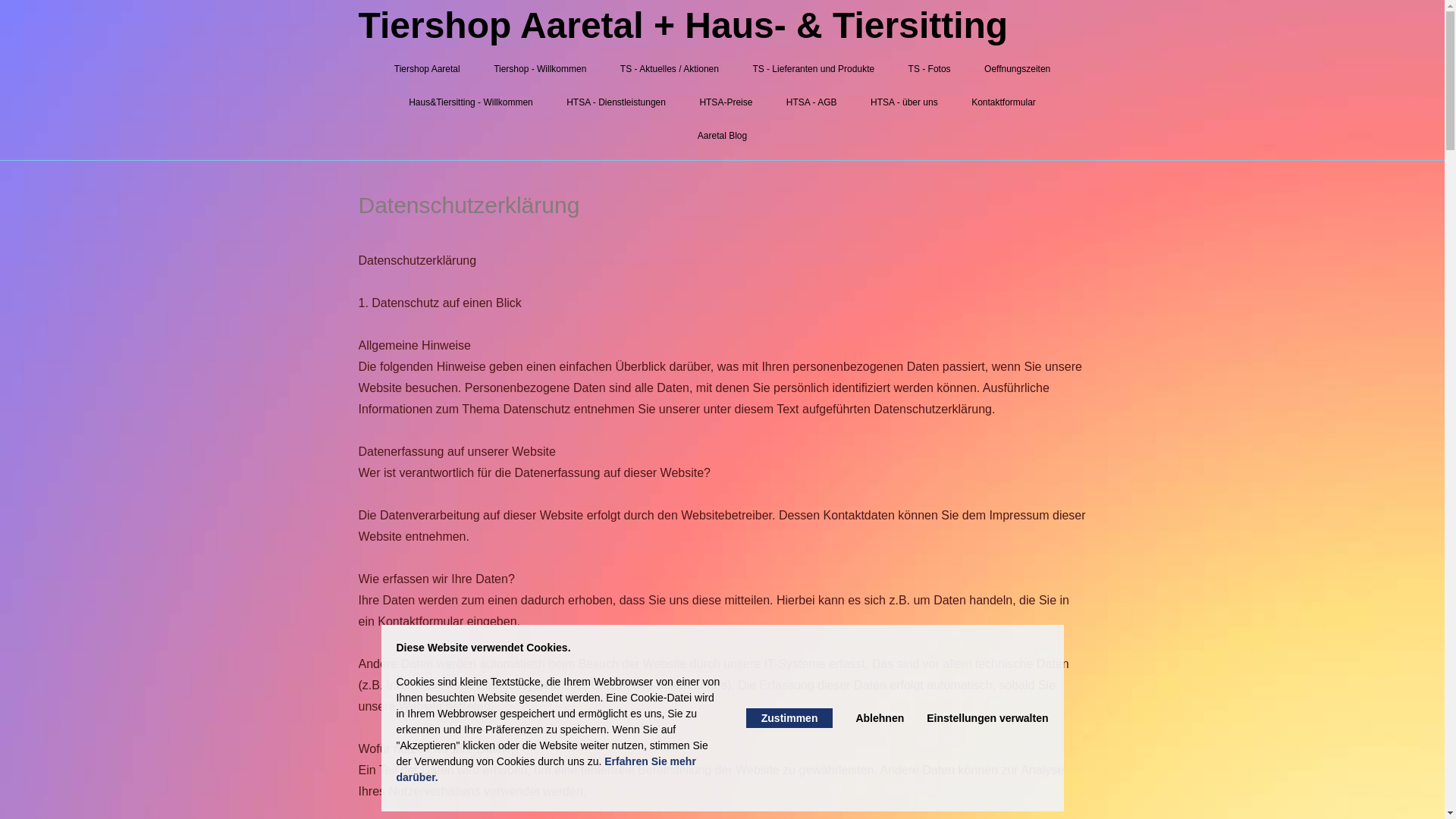 The image size is (1456, 819). I want to click on 'Haus&Tiersitting - Willkommen', so click(469, 102).